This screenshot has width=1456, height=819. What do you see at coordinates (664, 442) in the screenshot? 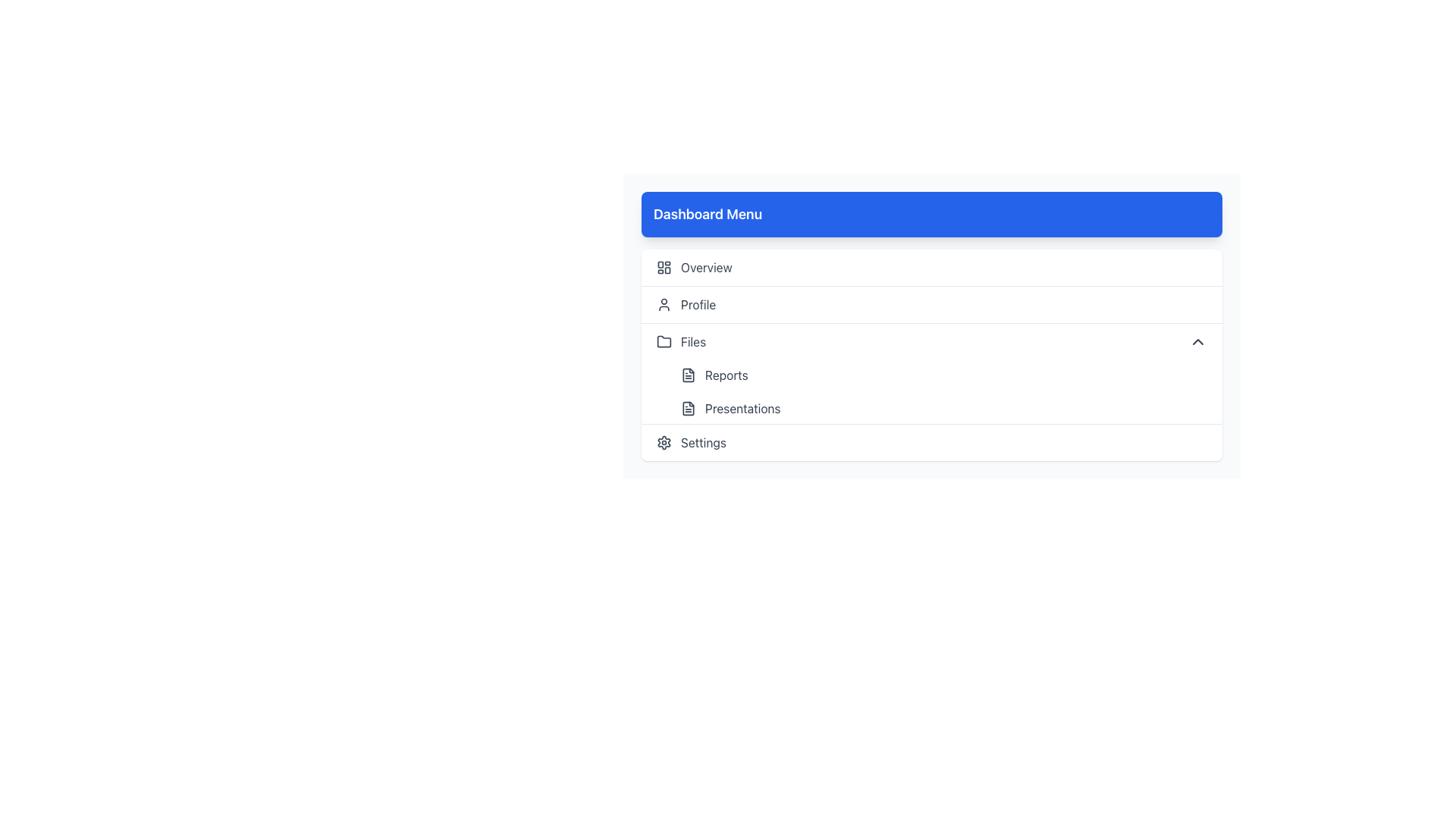
I see `the settings icon located to the left of the 'Settings' text label in the vertical menu` at bounding box center [664, 442].